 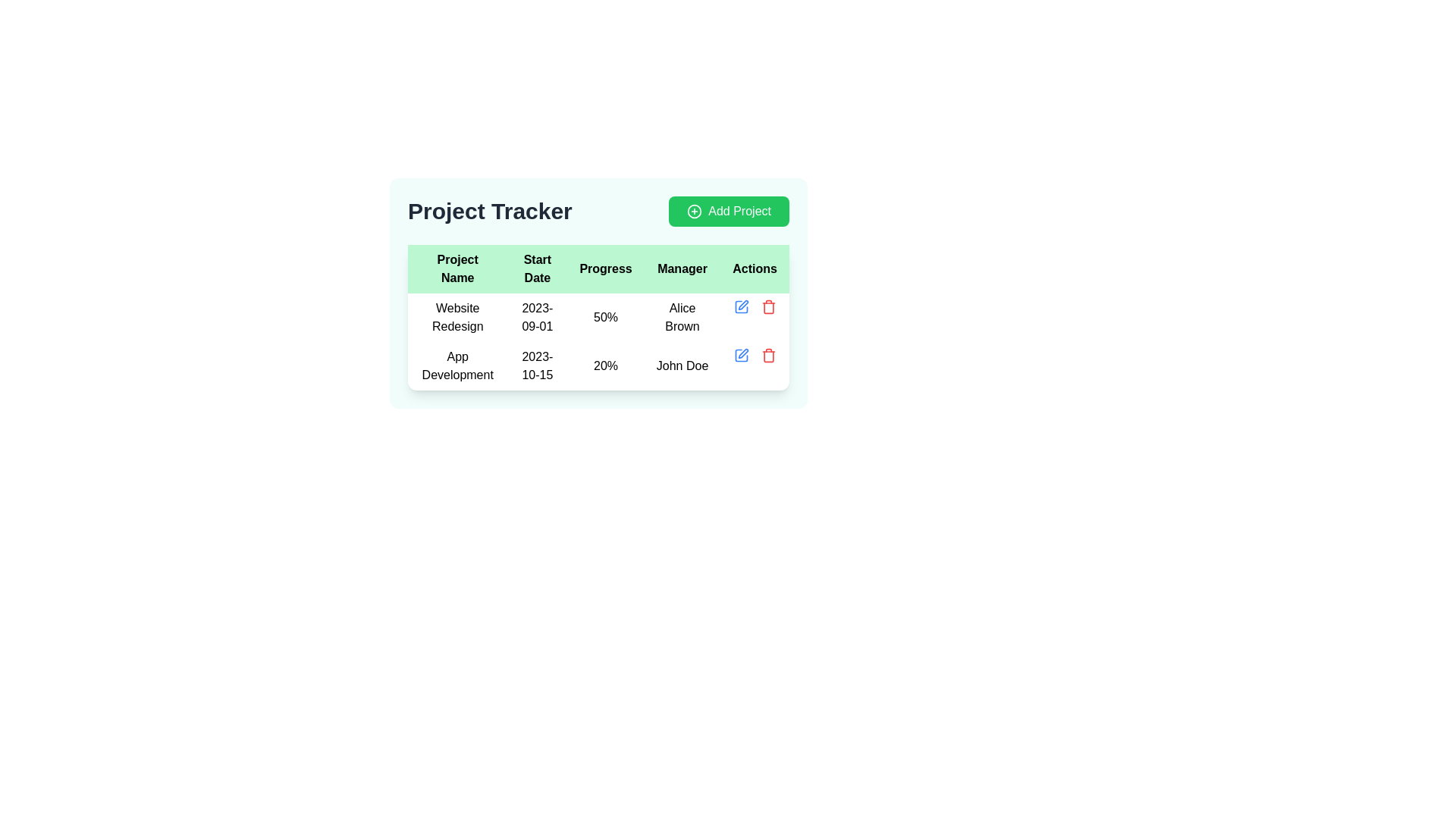 I want to click on the square-shaped icon with rounded edges representing an action control in the 'Actions' column for the 'App Development' row to initiate the edit action, so click(x=741, y=307).